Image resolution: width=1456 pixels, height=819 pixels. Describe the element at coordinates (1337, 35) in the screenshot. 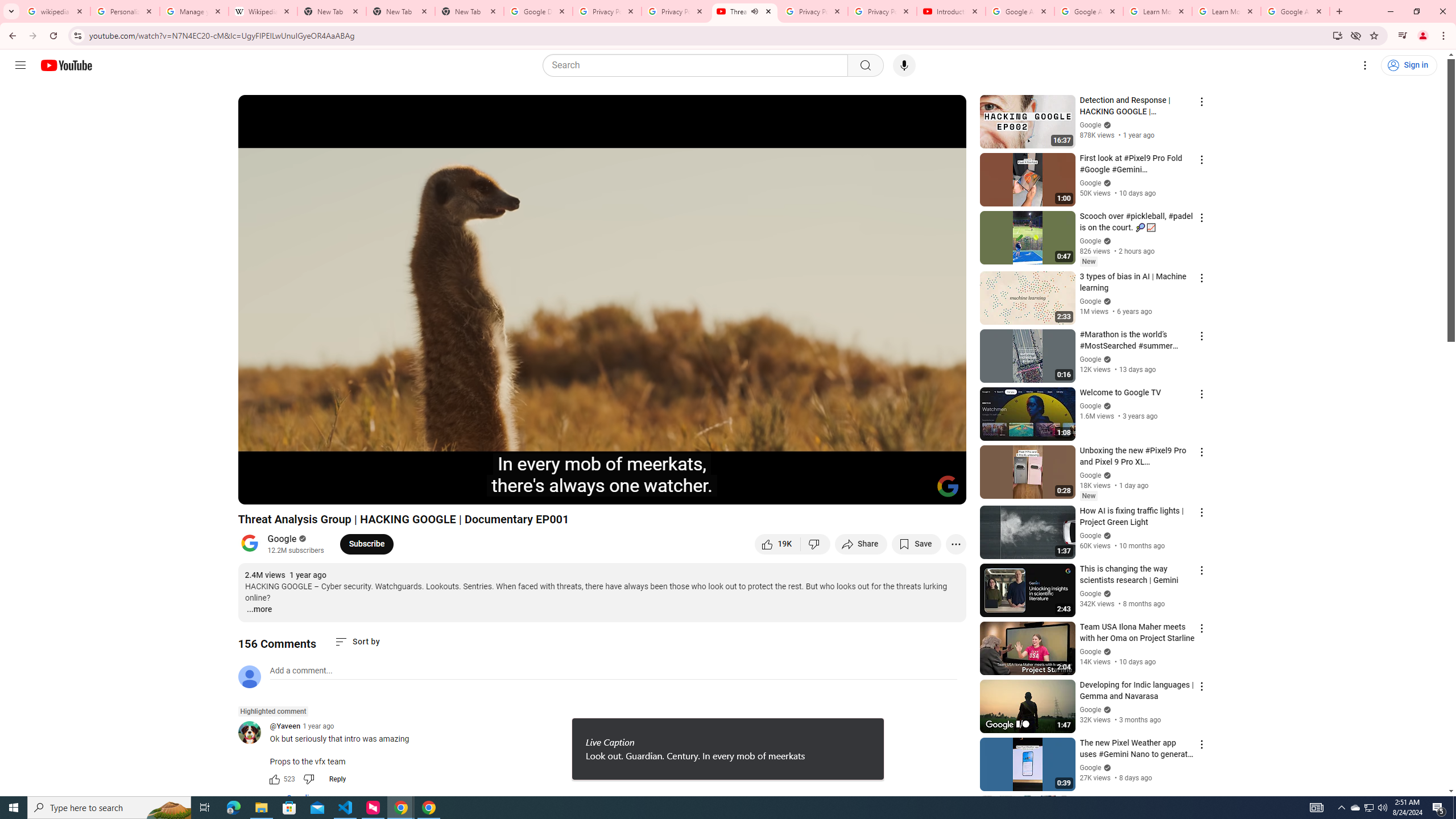

I see `'Install YouTube'` at that location.